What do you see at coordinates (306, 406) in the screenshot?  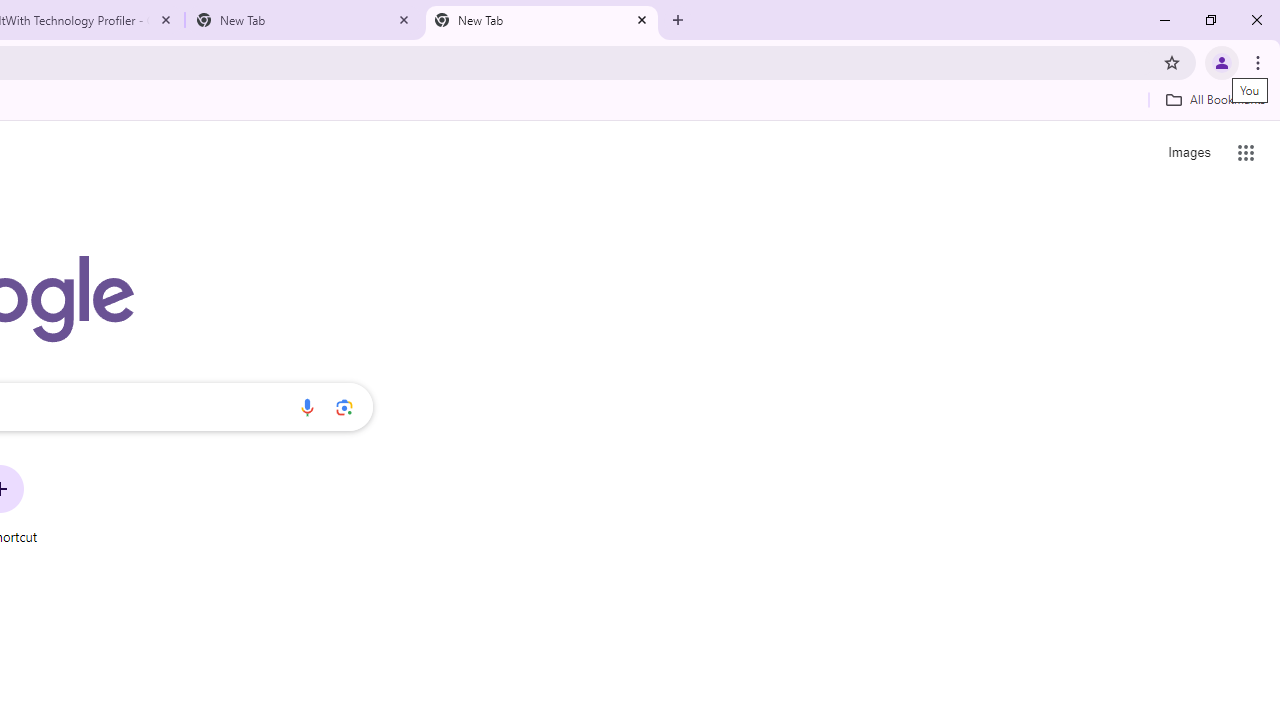 I see `'Search by voice'` at bounding box center [306, 406].